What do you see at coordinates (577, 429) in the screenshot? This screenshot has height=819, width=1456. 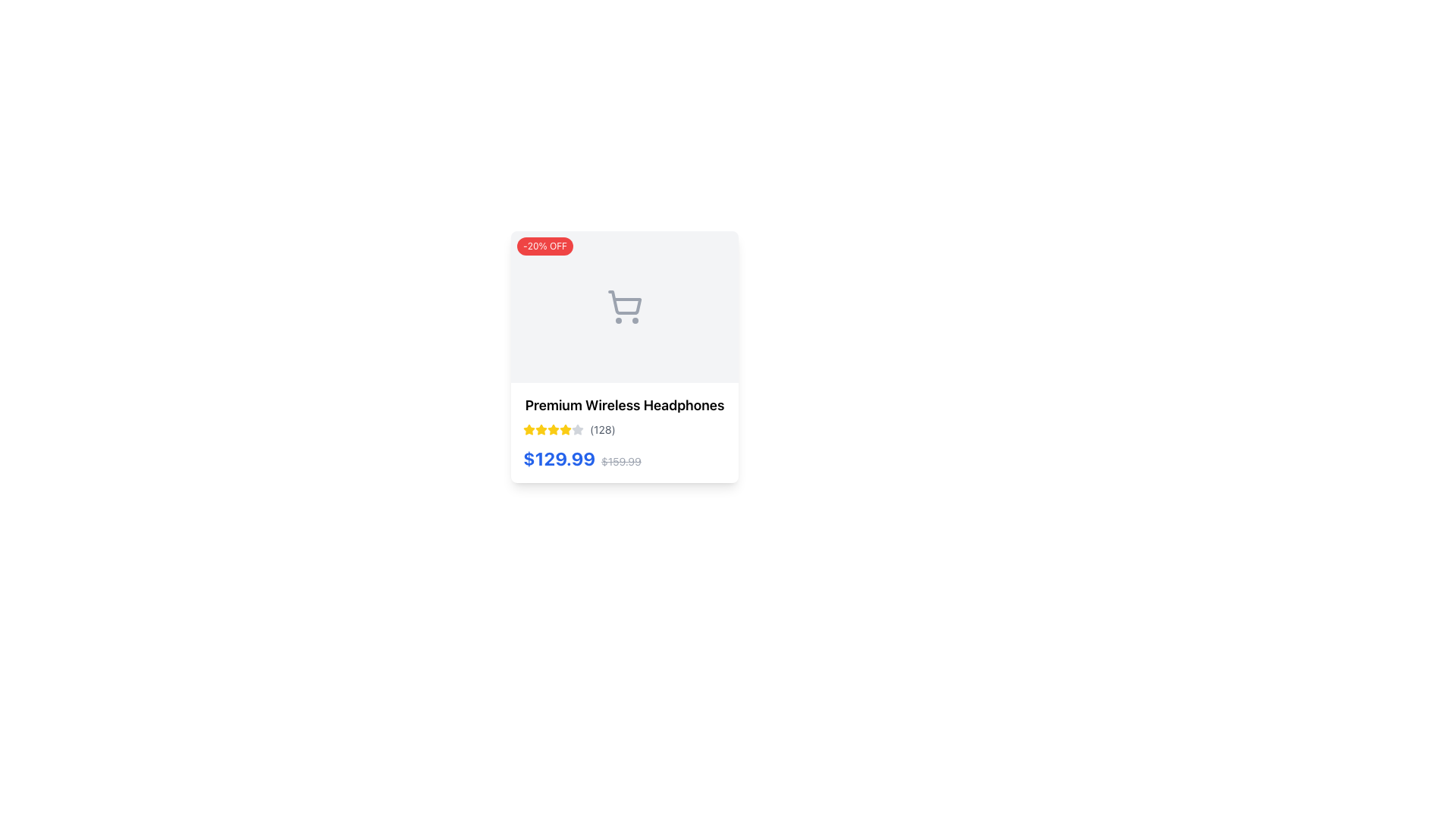 I see `the fifth star-shaped rating icon that is grayish and filled, located below the product title 'Premium Wireless Headphones' and next to the number of reviews '128'` at bounding box center [577, 429].